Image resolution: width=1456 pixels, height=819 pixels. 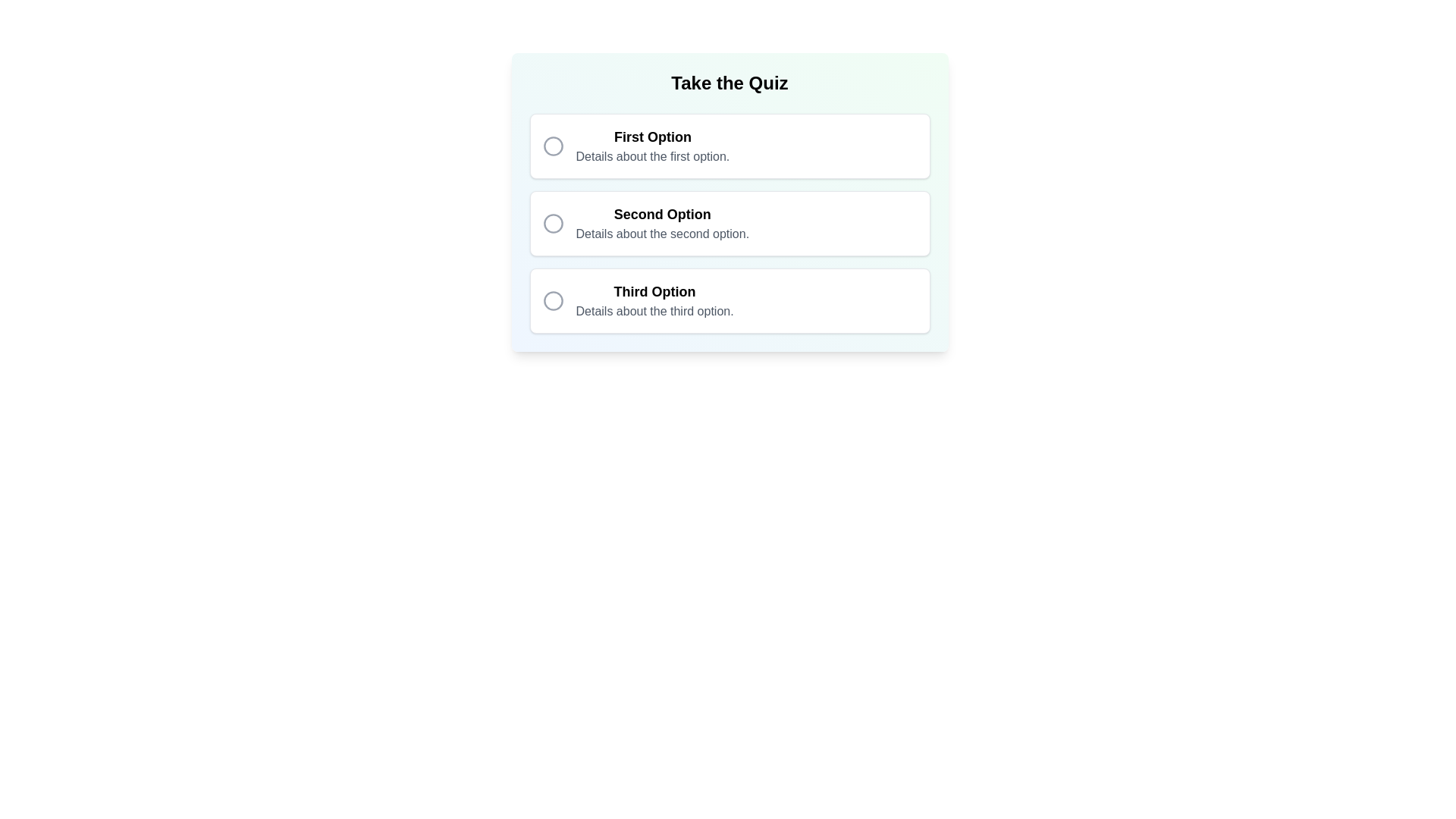 I want to click on the unselected circular radio button indicator located in the 'Third Option' section, which is positioned to the left of the text 'Third Option Details about the third option.', so click(x=552, y=301).